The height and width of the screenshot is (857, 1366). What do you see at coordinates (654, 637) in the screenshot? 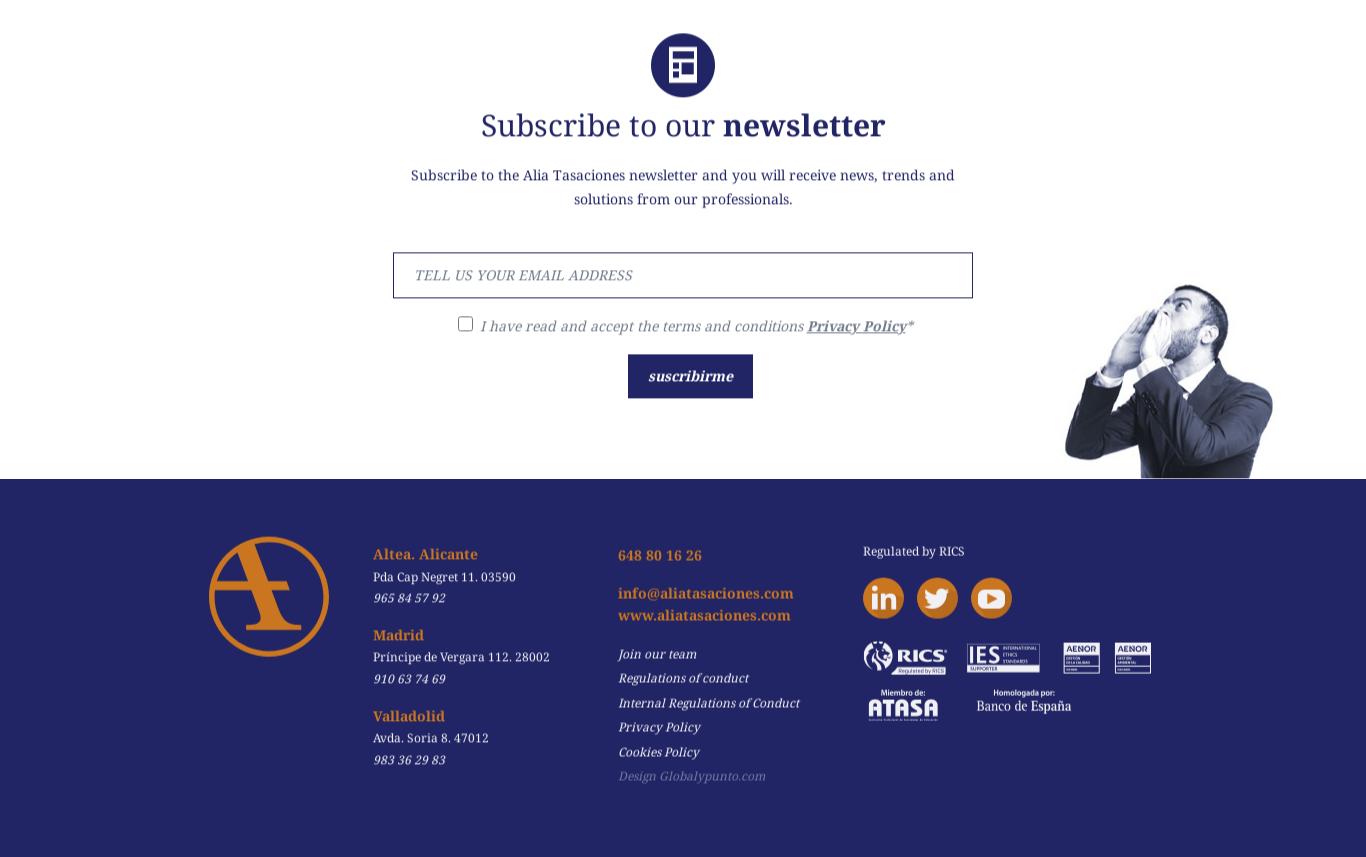
I see `'Join our team'` at bounding box center [654, 637].